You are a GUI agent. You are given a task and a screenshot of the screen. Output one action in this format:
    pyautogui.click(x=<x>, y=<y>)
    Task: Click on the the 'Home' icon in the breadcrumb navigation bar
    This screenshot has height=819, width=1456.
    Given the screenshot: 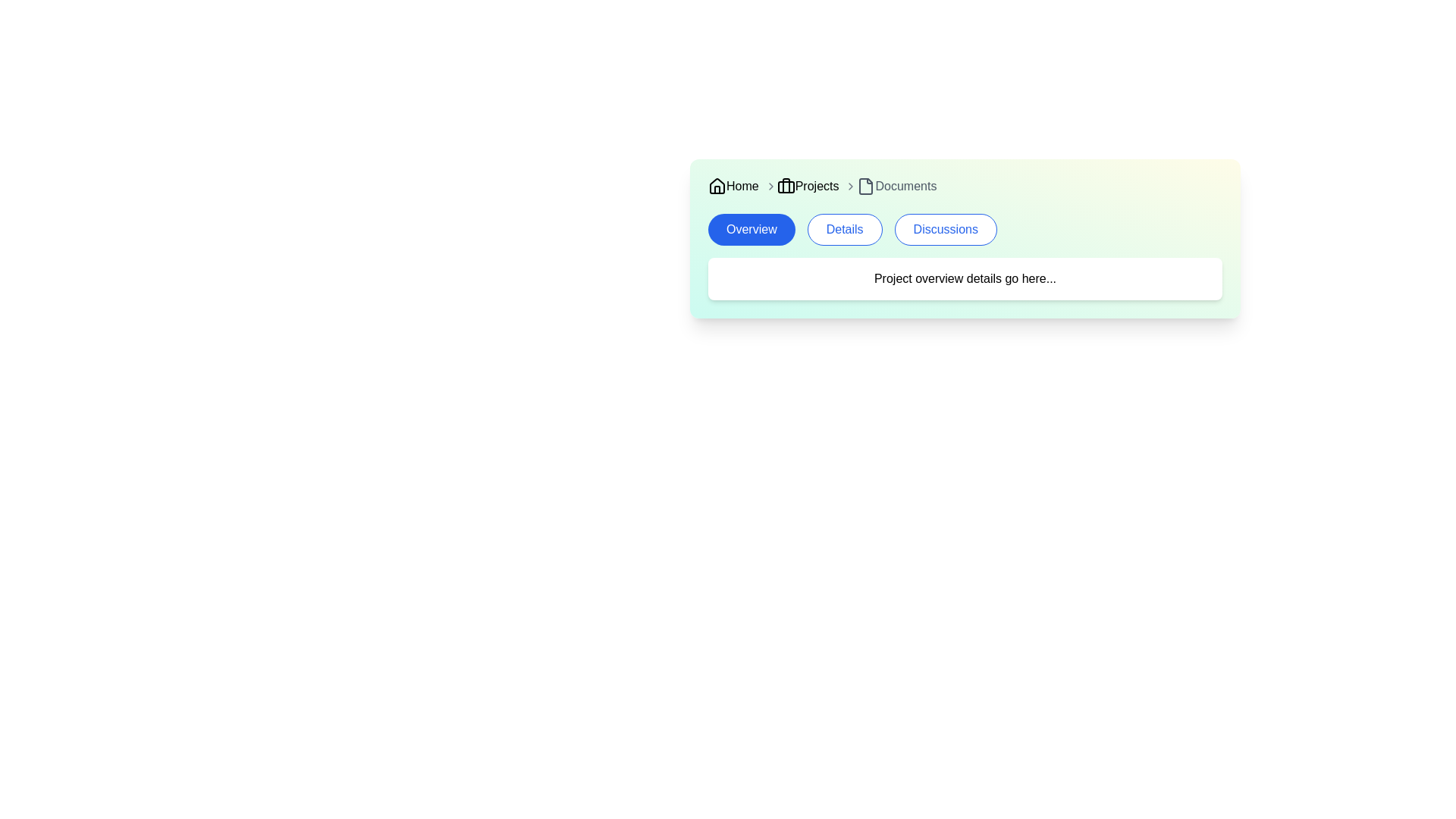 What is the action you would take?
    pyautogui.click(x=716, y=186)
    